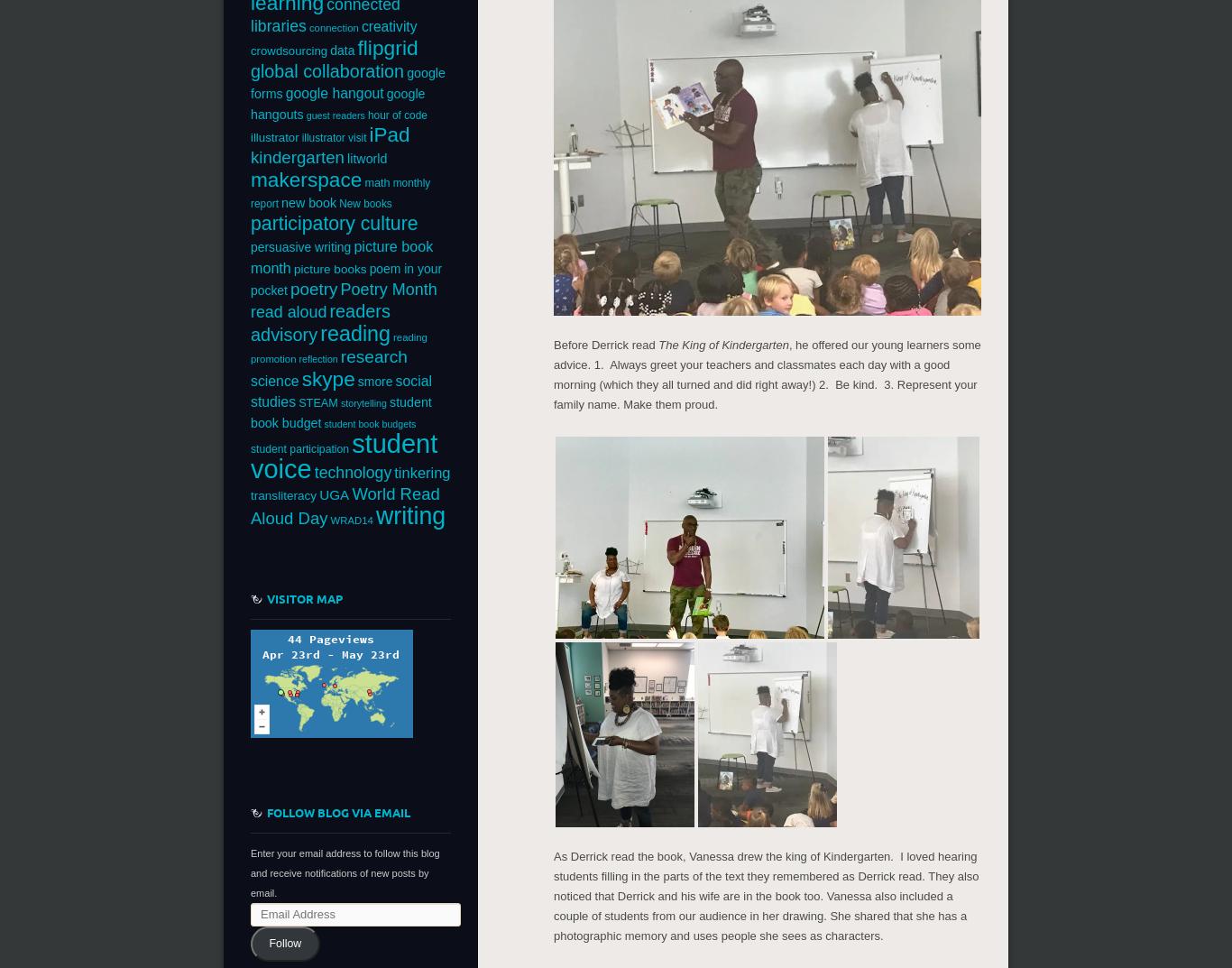  What do you see at coordinates (359, 25) in the screenshot?
I see `'creativity'` at bounding box center [359, 25].